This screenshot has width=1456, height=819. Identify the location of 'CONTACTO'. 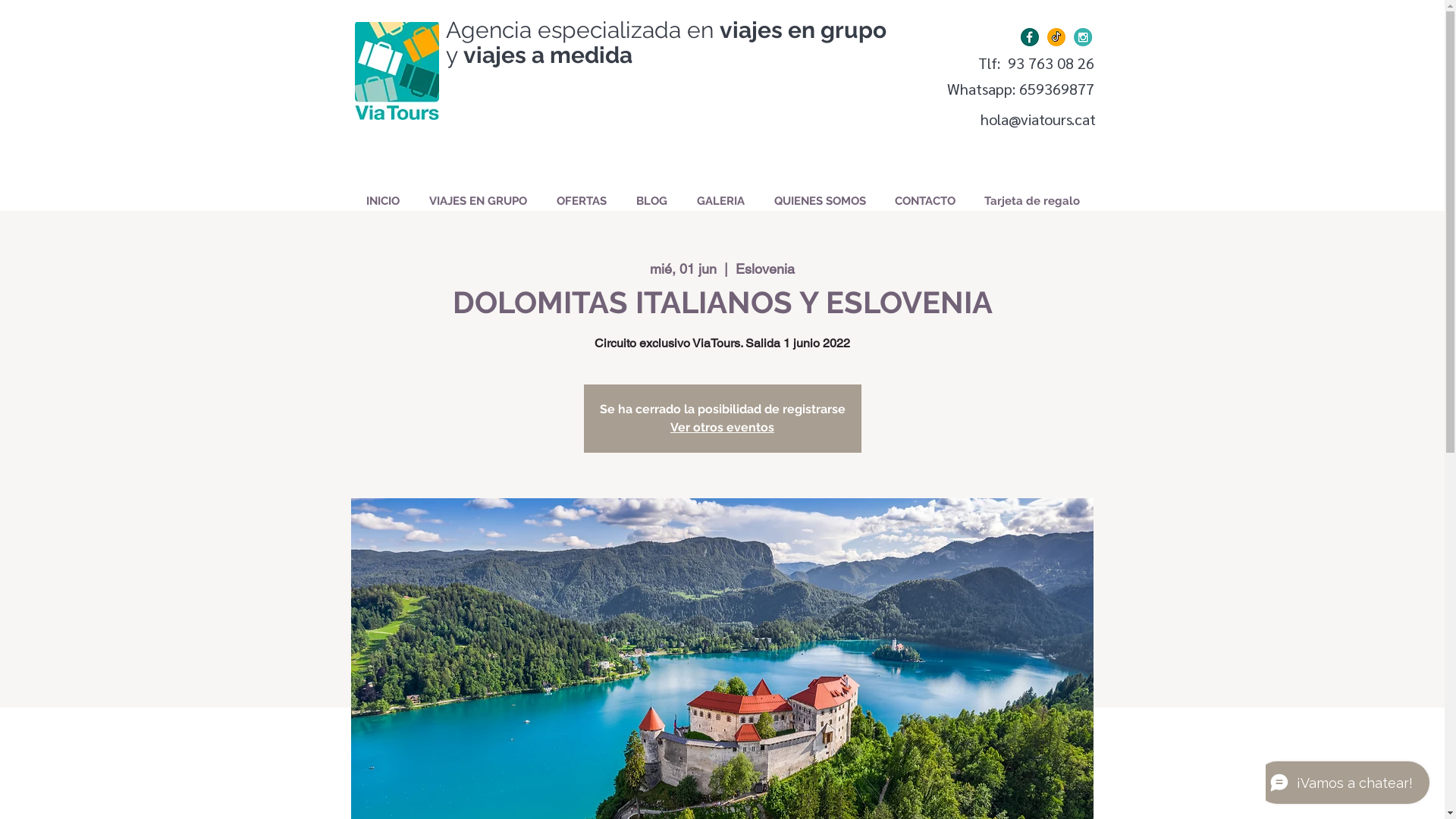
(924, 200).